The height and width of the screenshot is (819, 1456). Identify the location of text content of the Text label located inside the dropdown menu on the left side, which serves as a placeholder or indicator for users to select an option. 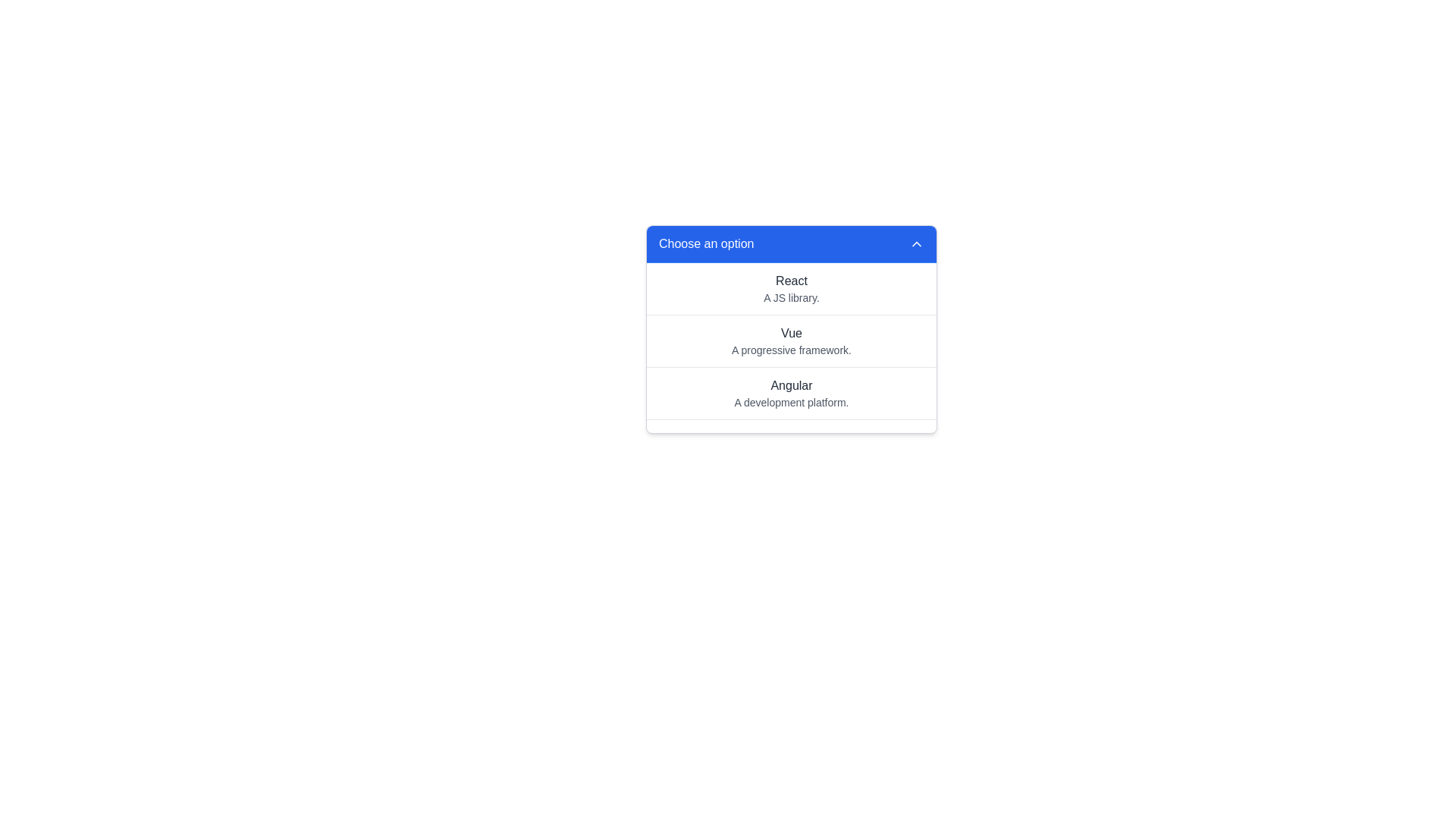
(705, 243).